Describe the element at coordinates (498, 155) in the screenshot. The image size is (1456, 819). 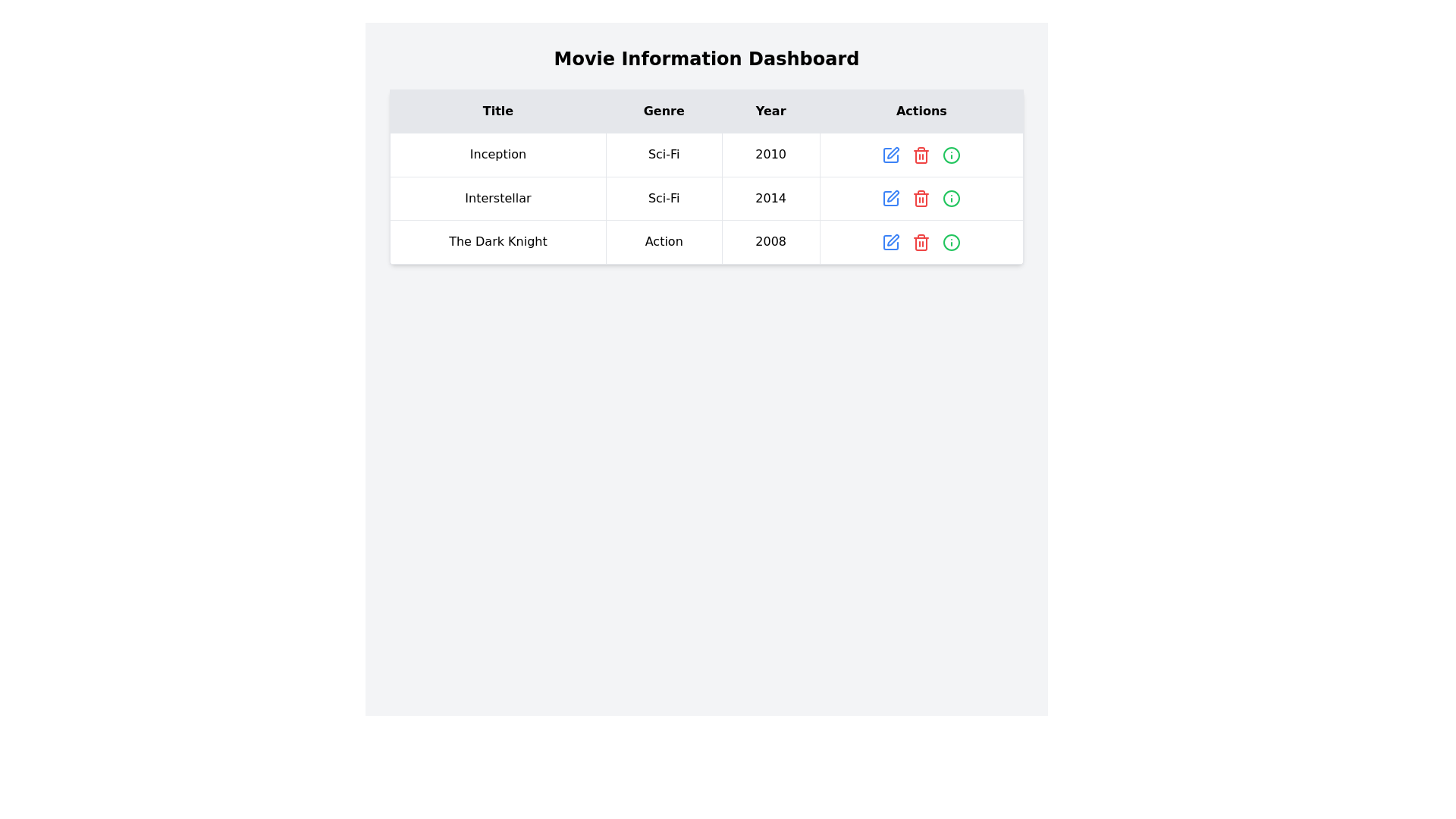
I see `the text block displaying the movie title 'Inception' which is bold and centered in the first row of the table under the 'Title' column` at that location.